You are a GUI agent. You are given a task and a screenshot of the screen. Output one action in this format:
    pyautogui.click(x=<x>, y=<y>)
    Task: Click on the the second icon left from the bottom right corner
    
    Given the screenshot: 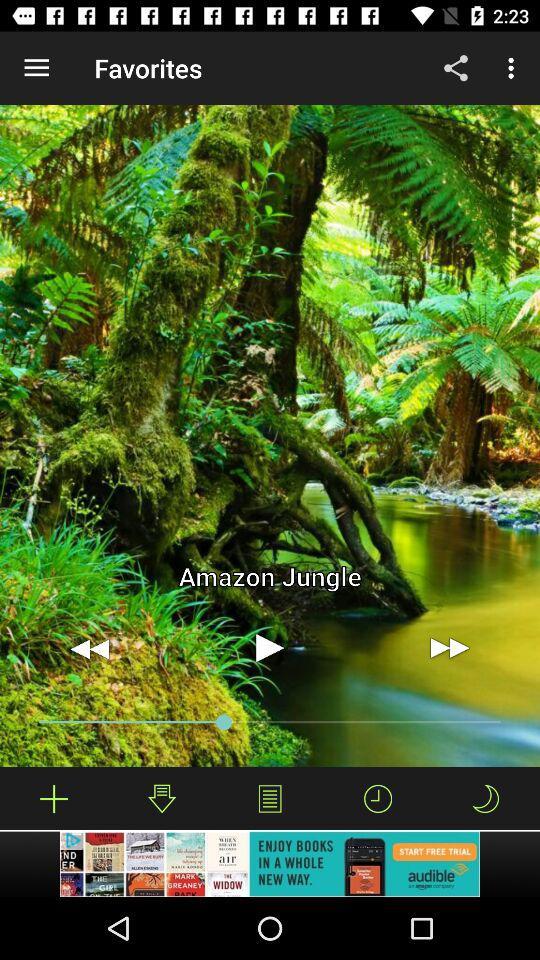 What is the action you would take?
    pyautogui.click(x=378, y=798)
    